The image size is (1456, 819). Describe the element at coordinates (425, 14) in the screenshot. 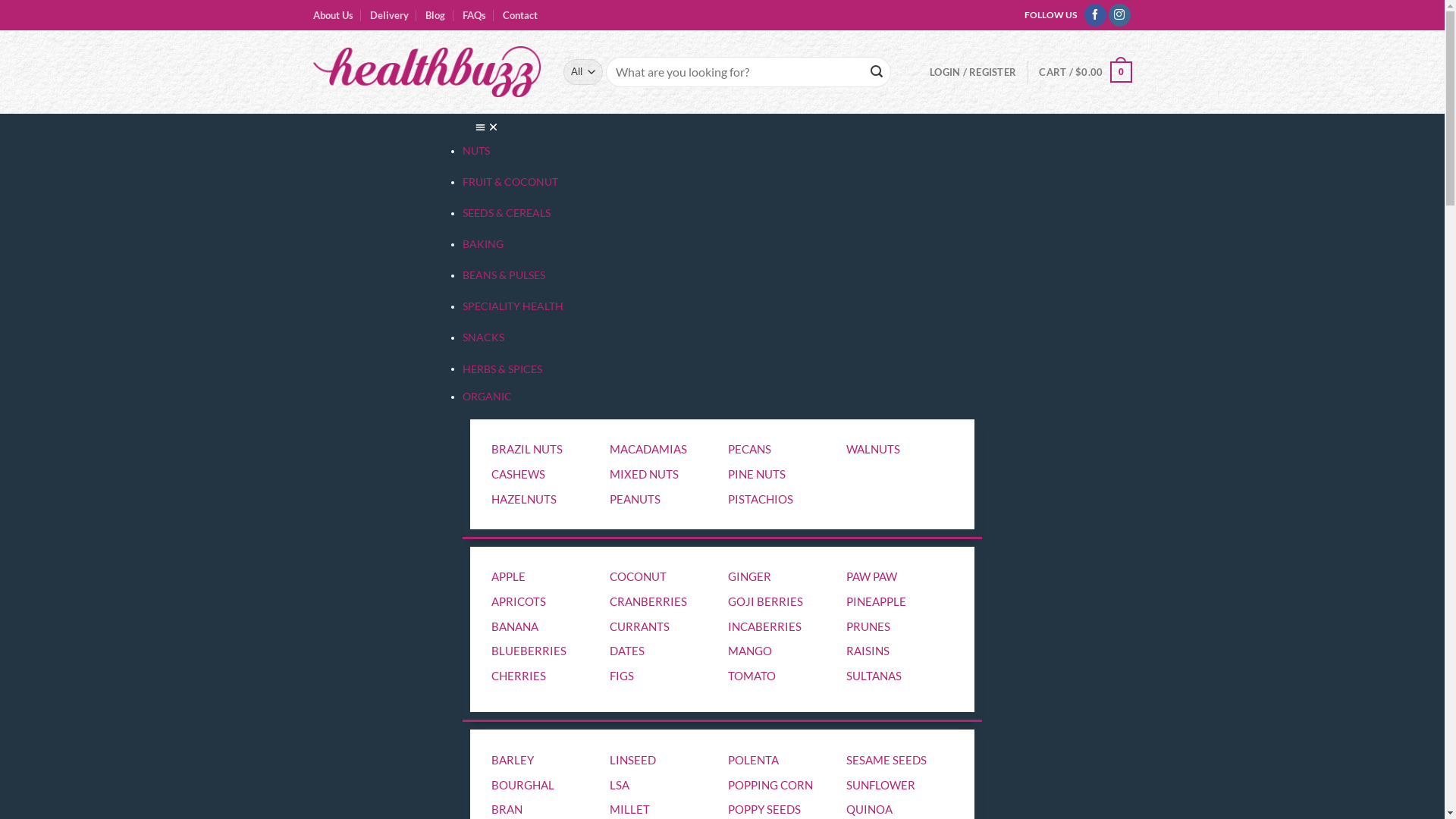

I see `'Blog'` at that location.